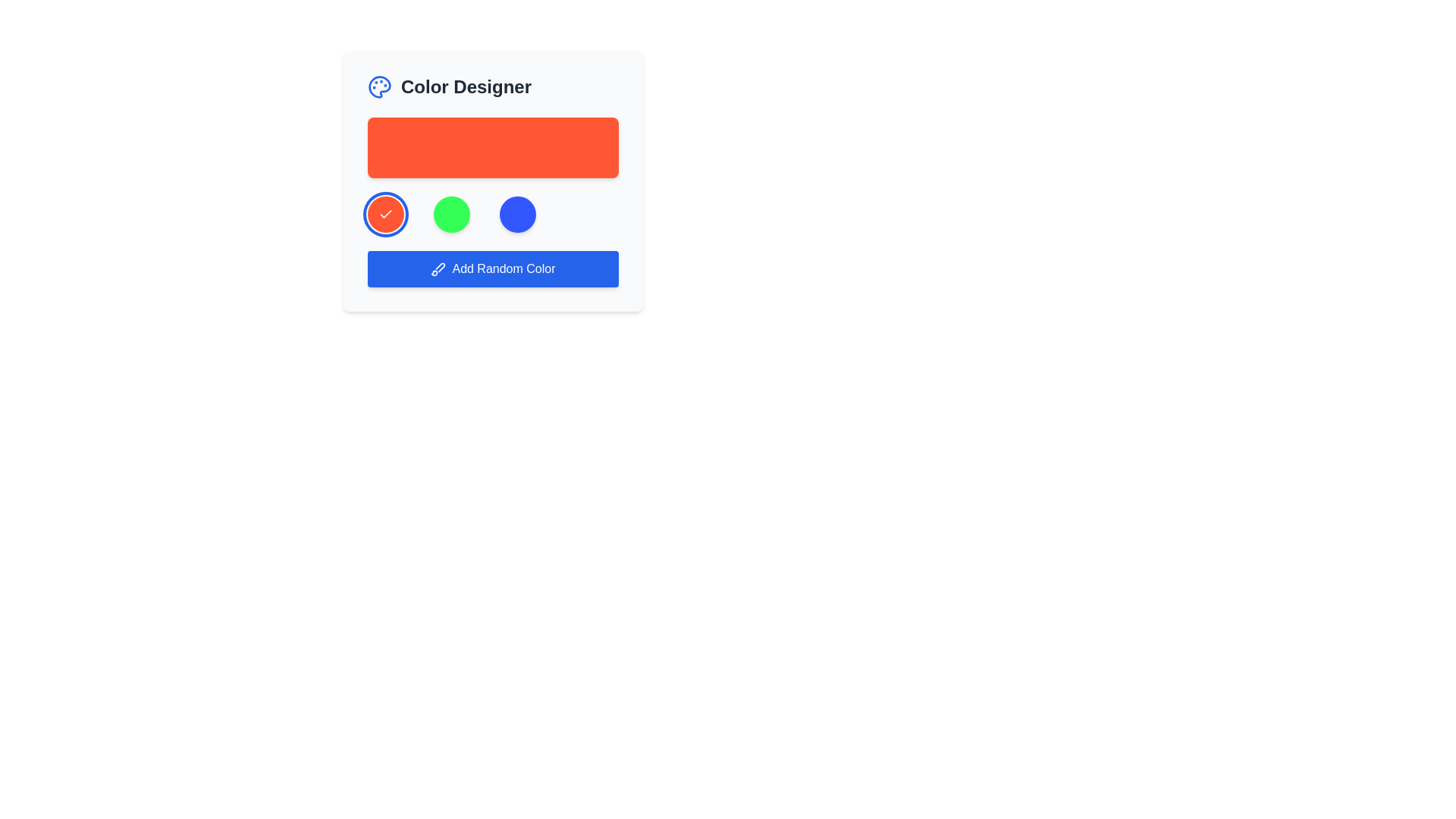 The width and height of the screenshot is (1456, 819). I want to click on the header section displaying the text 'Color Designer', so click(493, 87).